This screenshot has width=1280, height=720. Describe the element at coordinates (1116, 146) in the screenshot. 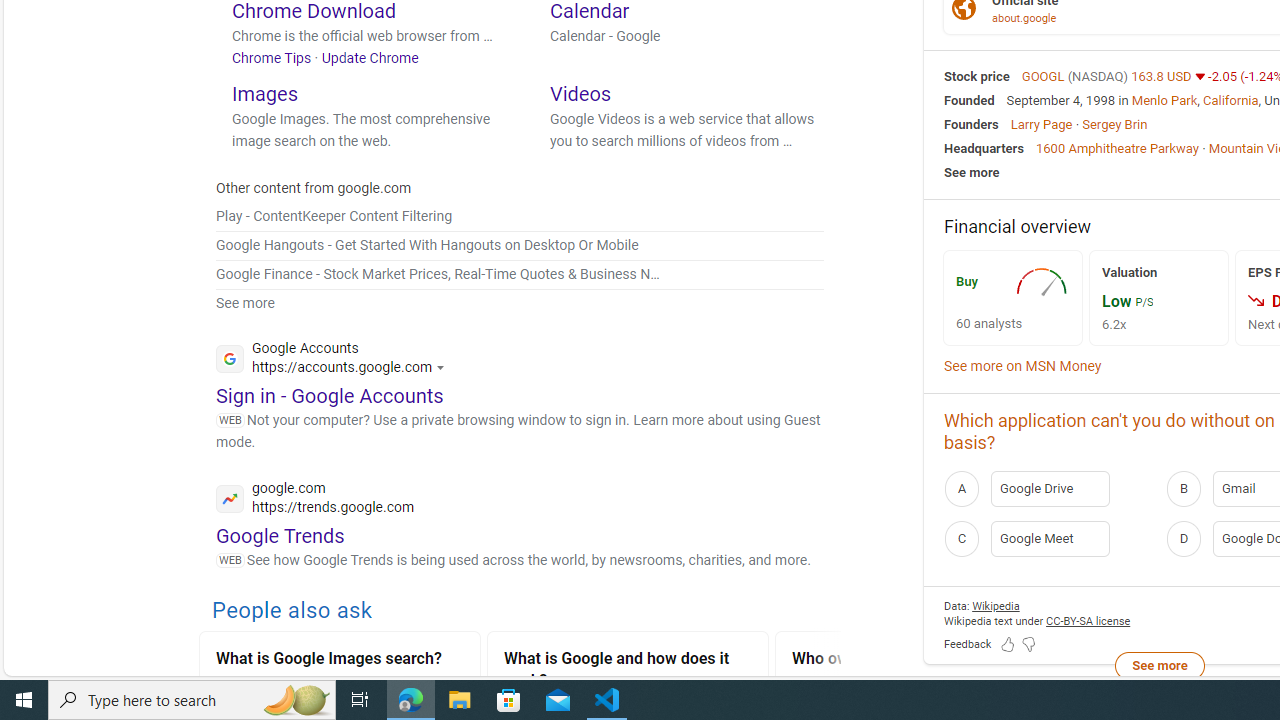

I see `'1600 Amphitheatre Parkway'` at that location.